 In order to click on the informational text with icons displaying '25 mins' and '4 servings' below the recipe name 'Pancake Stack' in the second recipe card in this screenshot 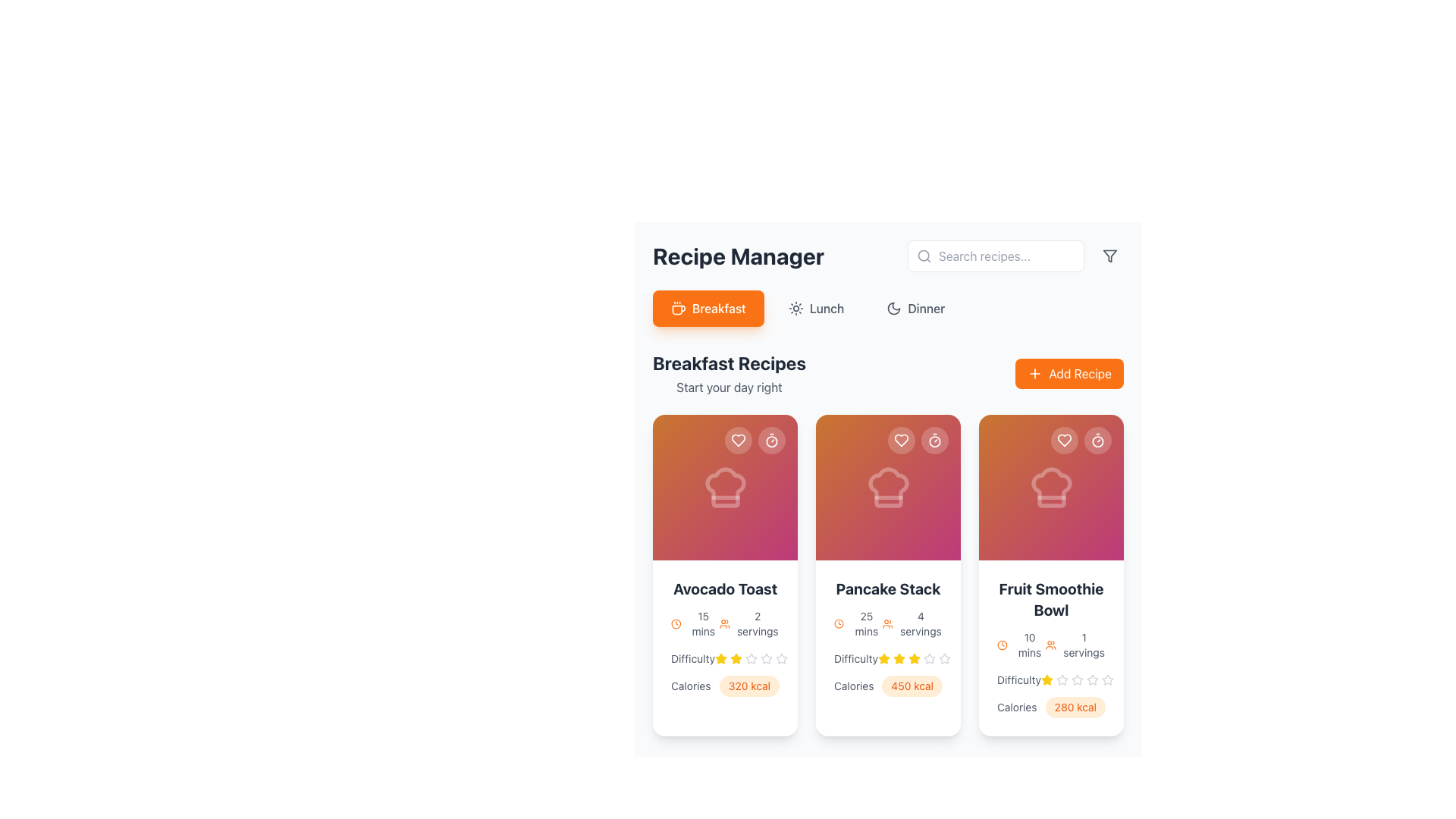, I will do `click(888, 623)`.